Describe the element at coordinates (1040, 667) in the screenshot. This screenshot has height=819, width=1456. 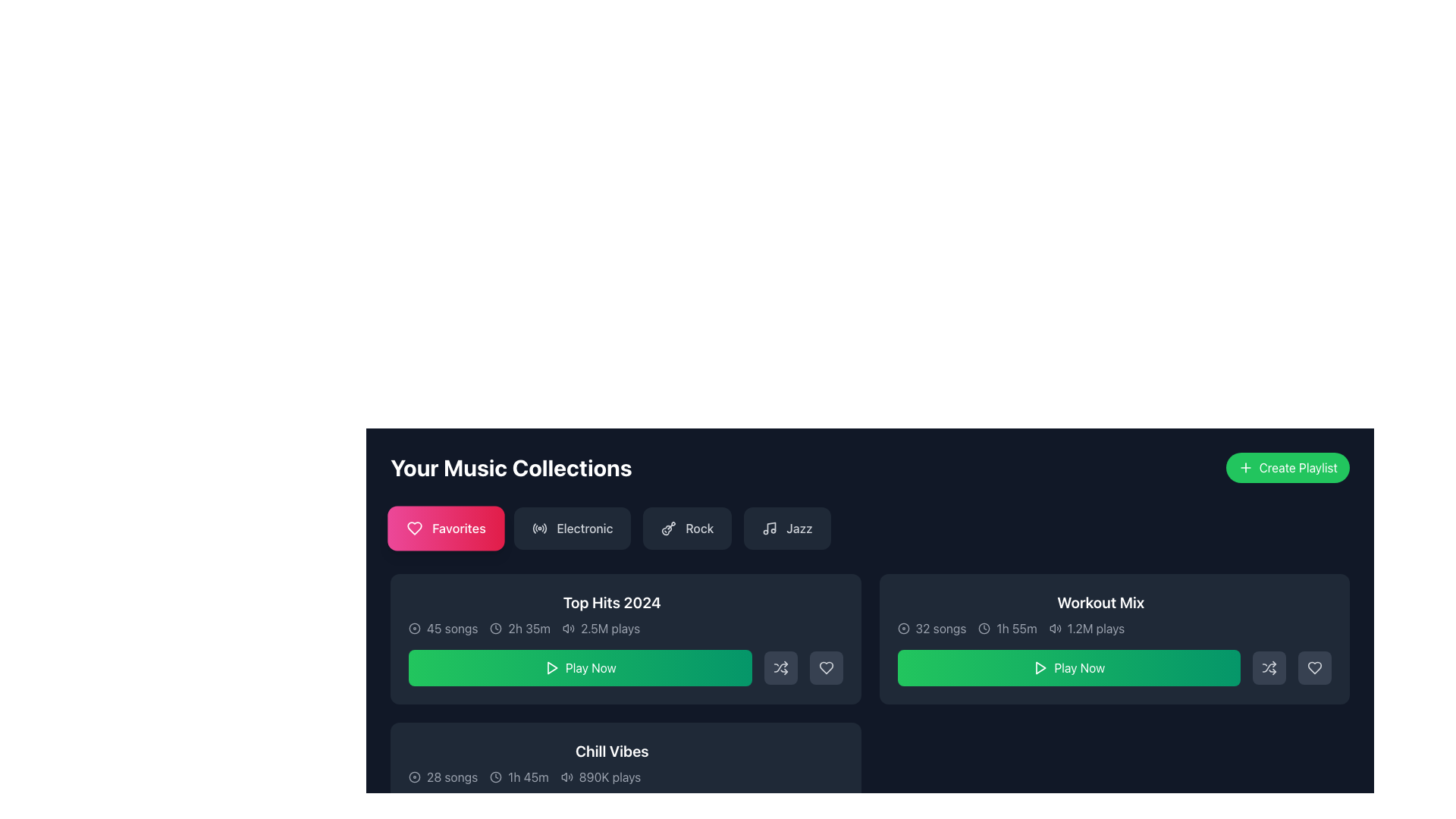
I see `the Play button icon (triangular symbol) in the center of the green 'Play Now' button within the 'Workout Mix' card to initiate playback of the associated content` at that location.